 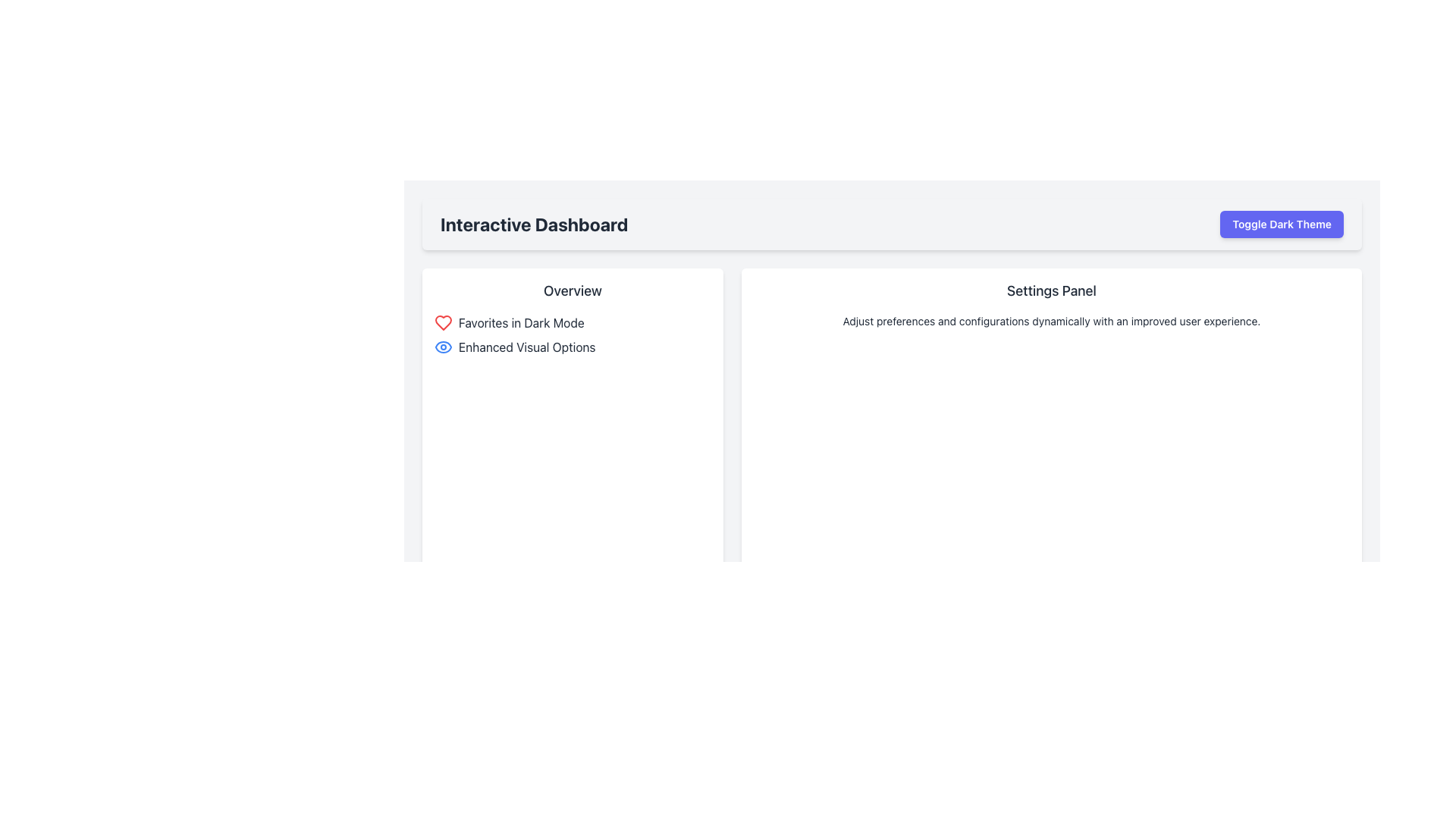 What do you see at coordinates (443, 347) in the screenshot?
I see `the blue eye-shaped icon located in the 'Overview' section` at bounding box center [443, 347].